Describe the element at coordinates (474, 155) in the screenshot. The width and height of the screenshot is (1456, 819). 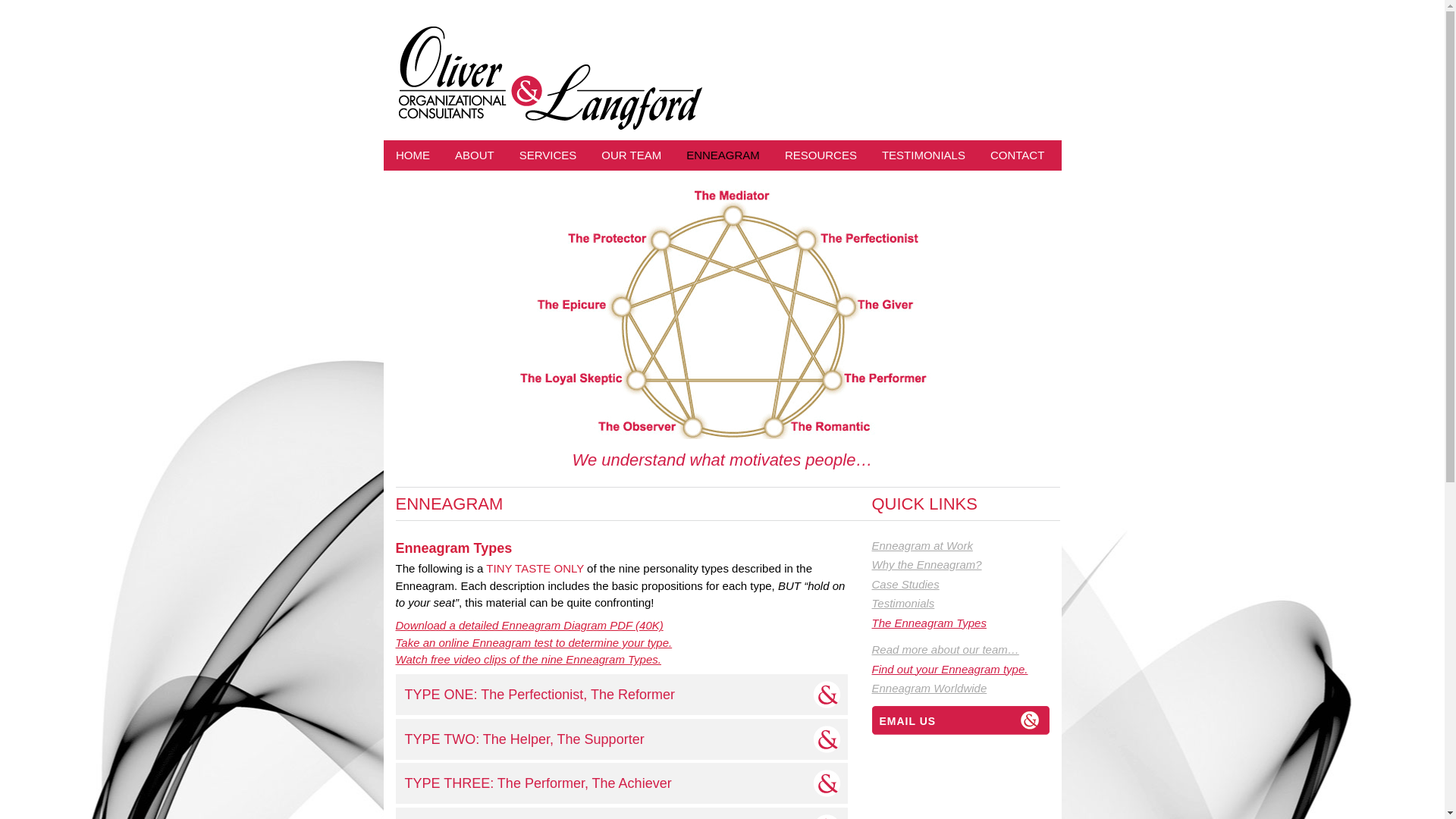
I see `'ABOUT'` at that location.